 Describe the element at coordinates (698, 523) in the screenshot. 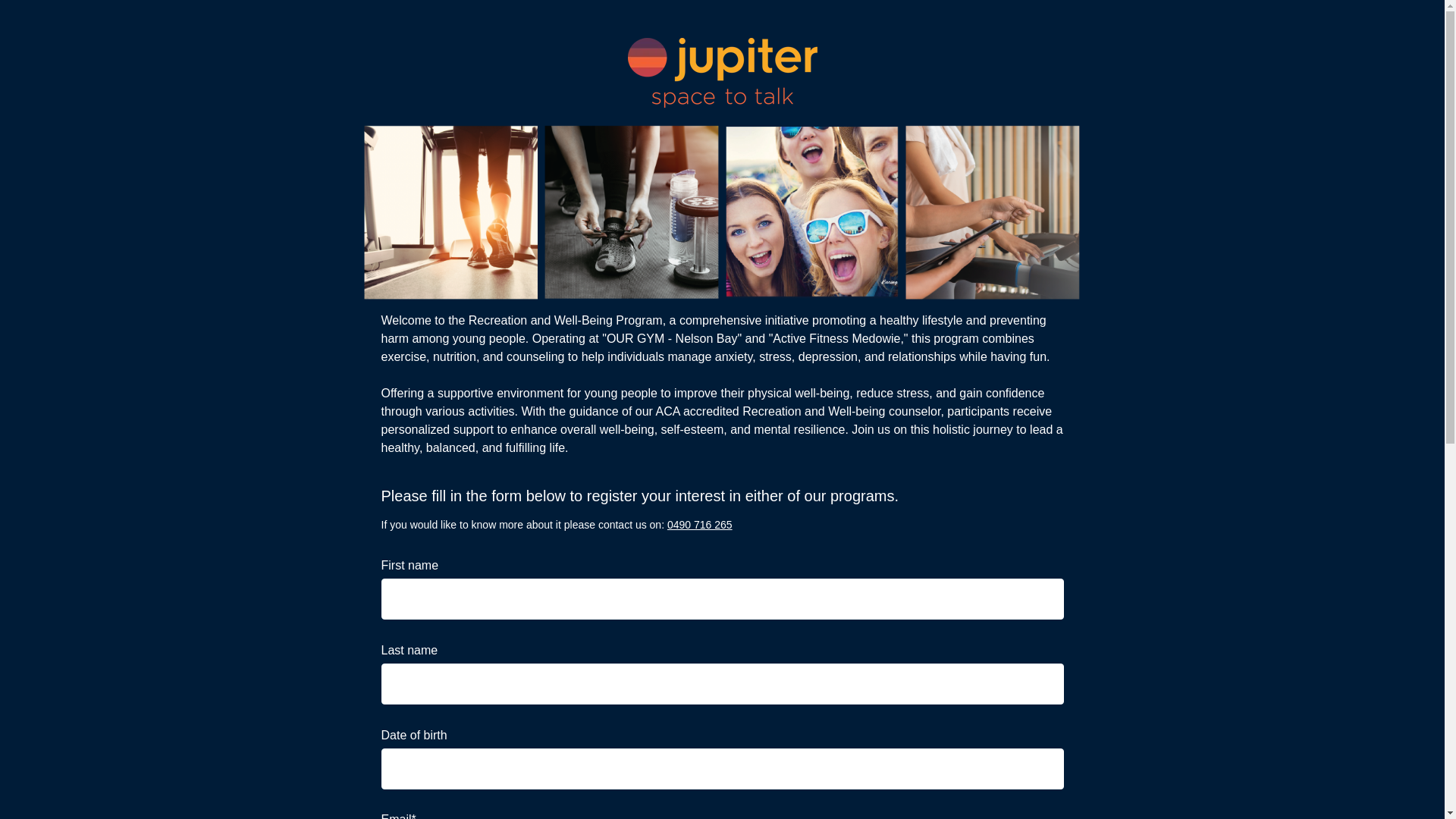

I see `'0490 716 265'` at that location.